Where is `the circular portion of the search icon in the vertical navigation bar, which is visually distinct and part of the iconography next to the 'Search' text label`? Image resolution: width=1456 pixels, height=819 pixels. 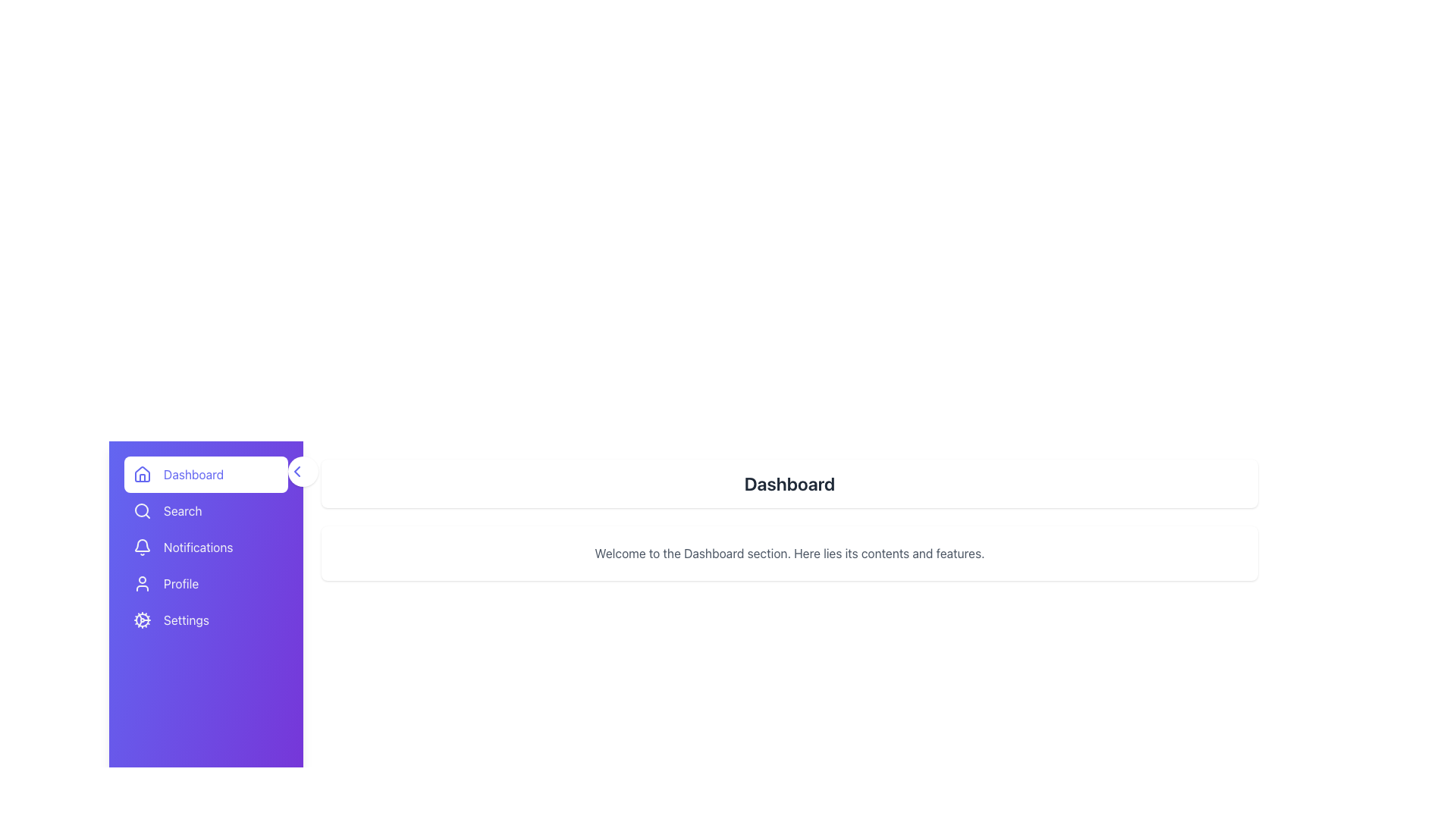 the circular portion of the search icon in the vertical navigation bar, which is visually distinct and part of the iconography next to the 'Search' text label is located at coordinates (142, 510).